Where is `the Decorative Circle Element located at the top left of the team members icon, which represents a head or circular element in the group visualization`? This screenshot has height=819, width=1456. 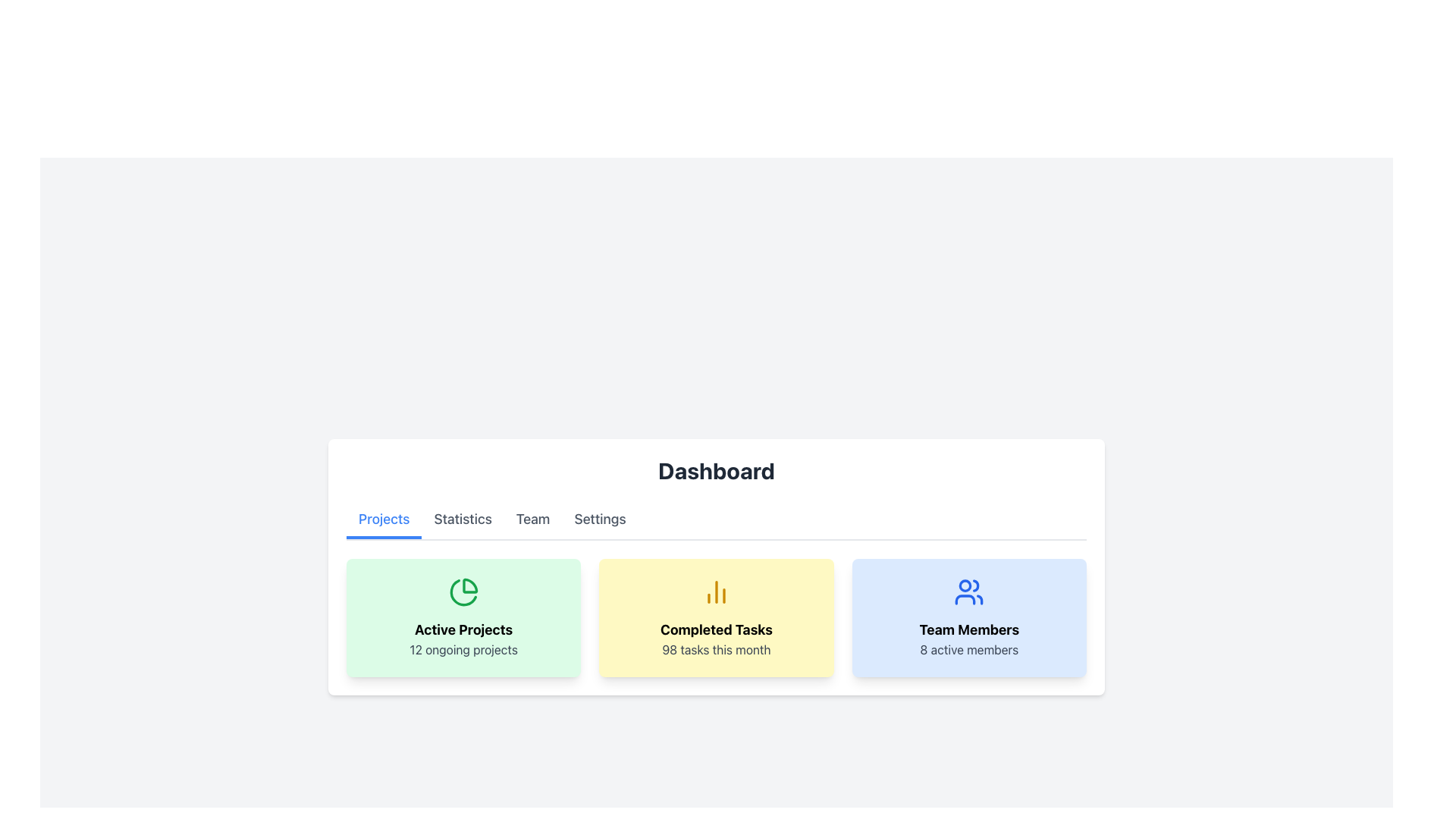
the Decorative Circle Element located at the top left of the team members icon, which represents a head or circular element in the group visualization is located at coordinates (965, 585).